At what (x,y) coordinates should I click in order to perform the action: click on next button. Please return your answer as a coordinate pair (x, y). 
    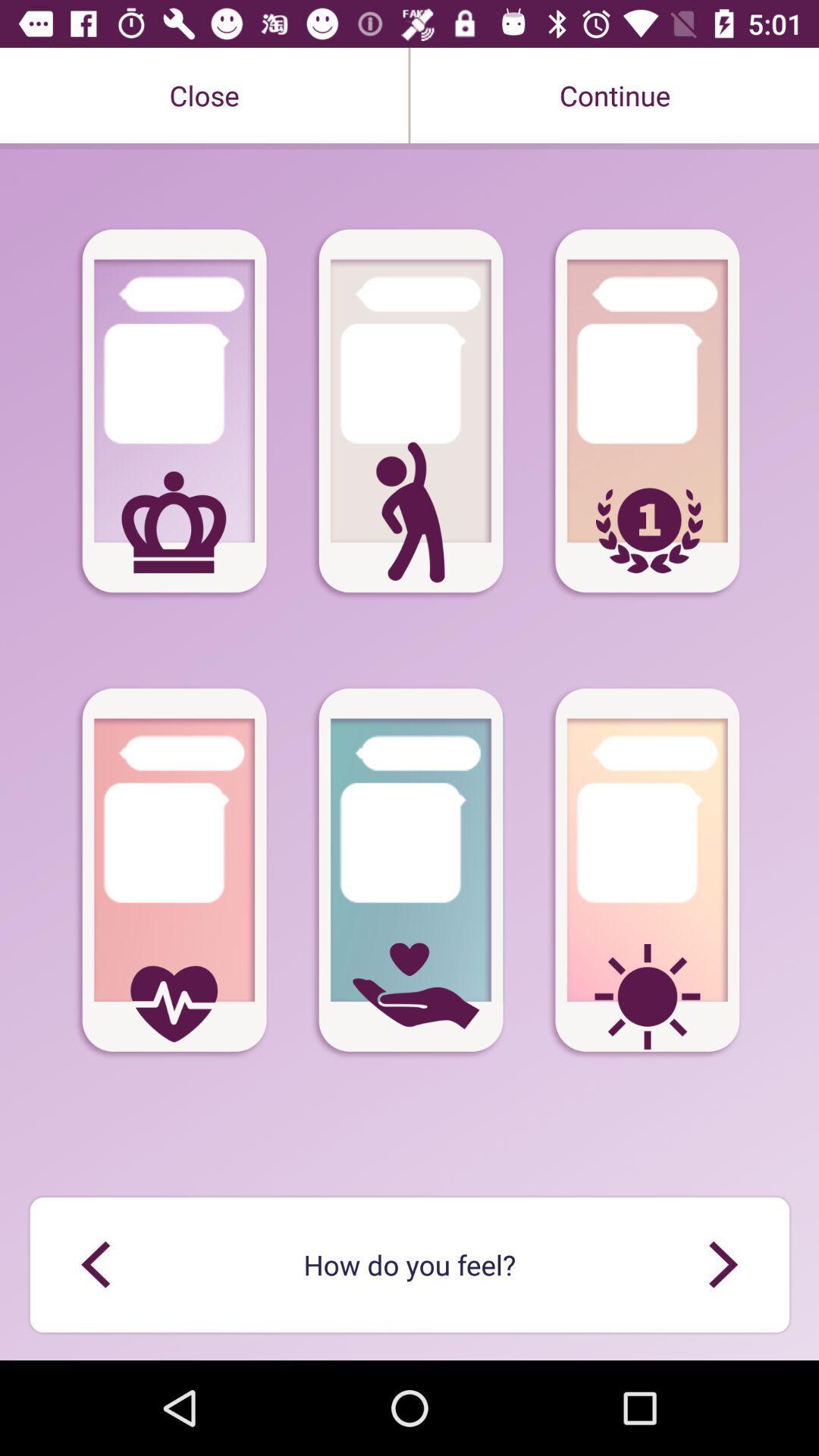
    Looking at the image, I should click on (722, 1264).